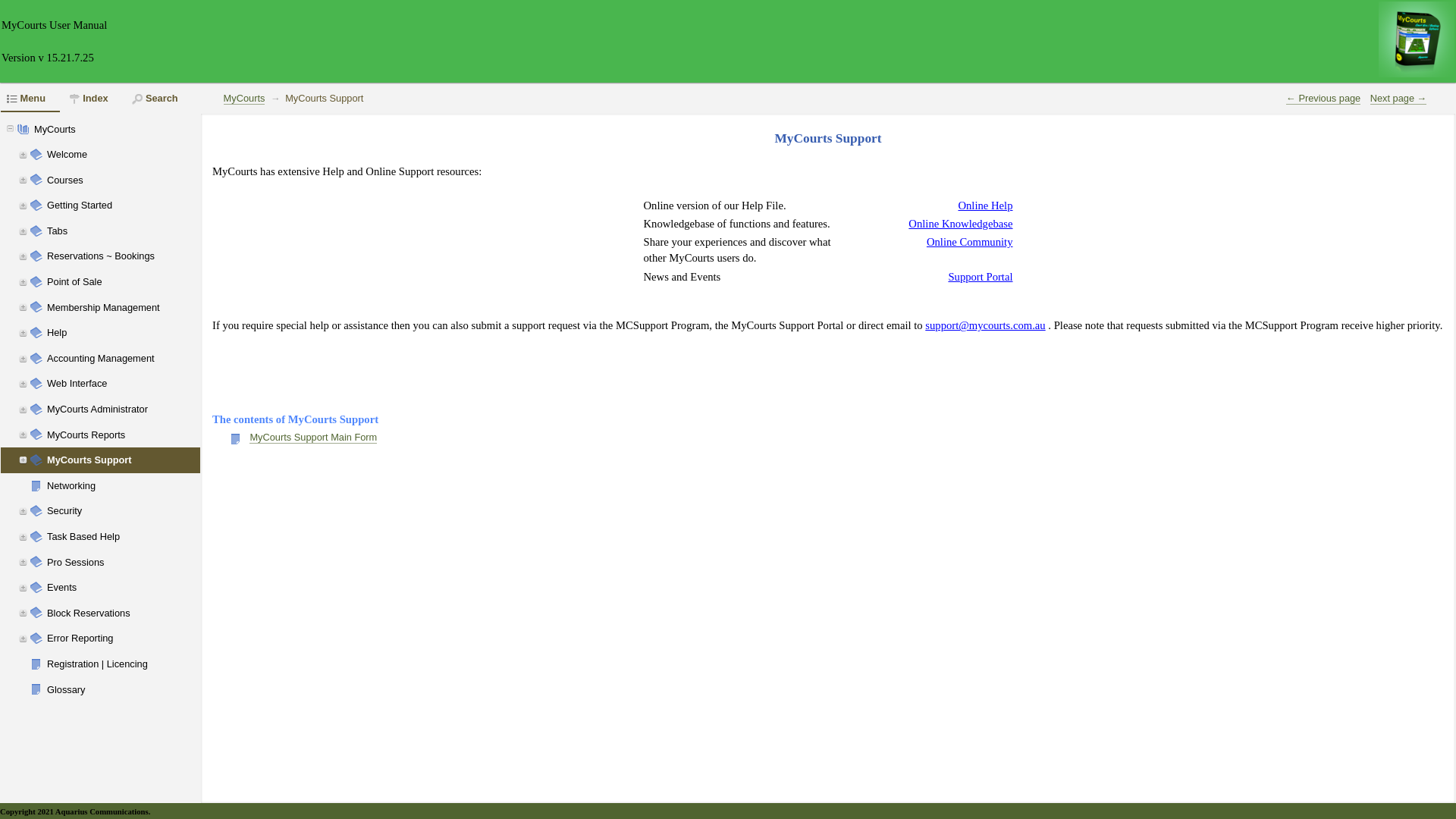  I want to click on 'Support Portal', so click(980, 277).